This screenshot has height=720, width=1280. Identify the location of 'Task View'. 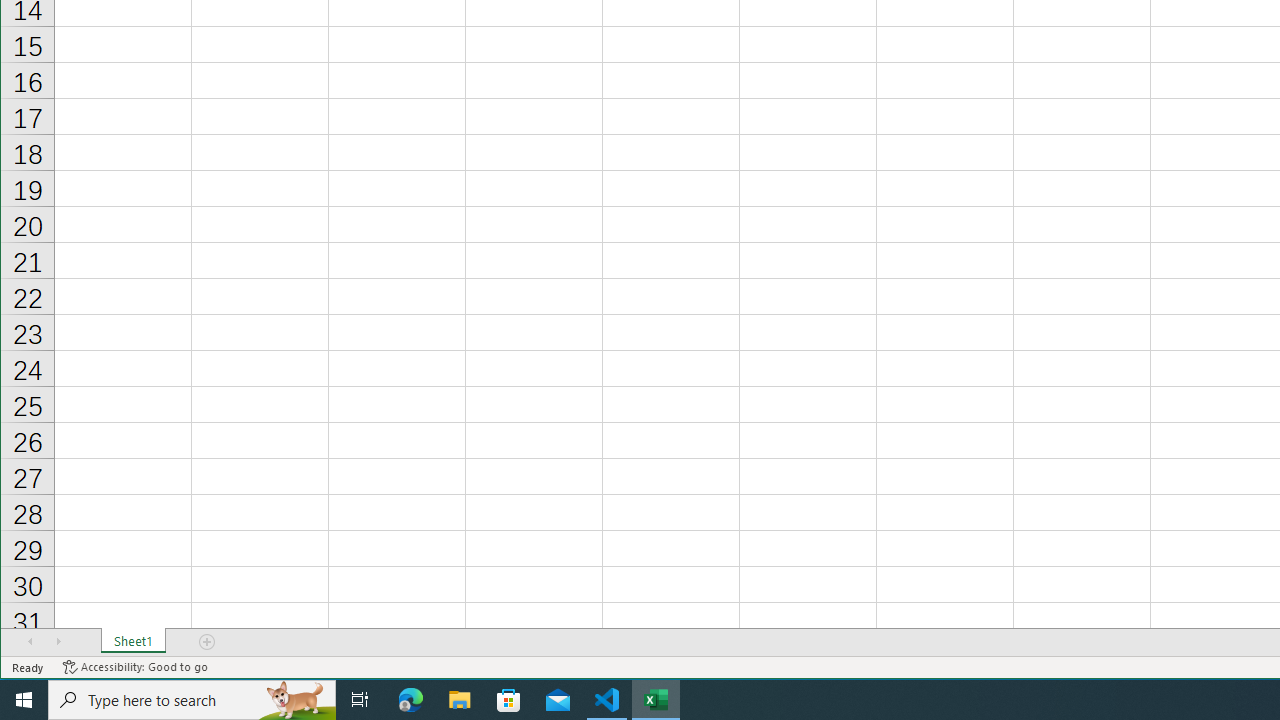
(359, 698).